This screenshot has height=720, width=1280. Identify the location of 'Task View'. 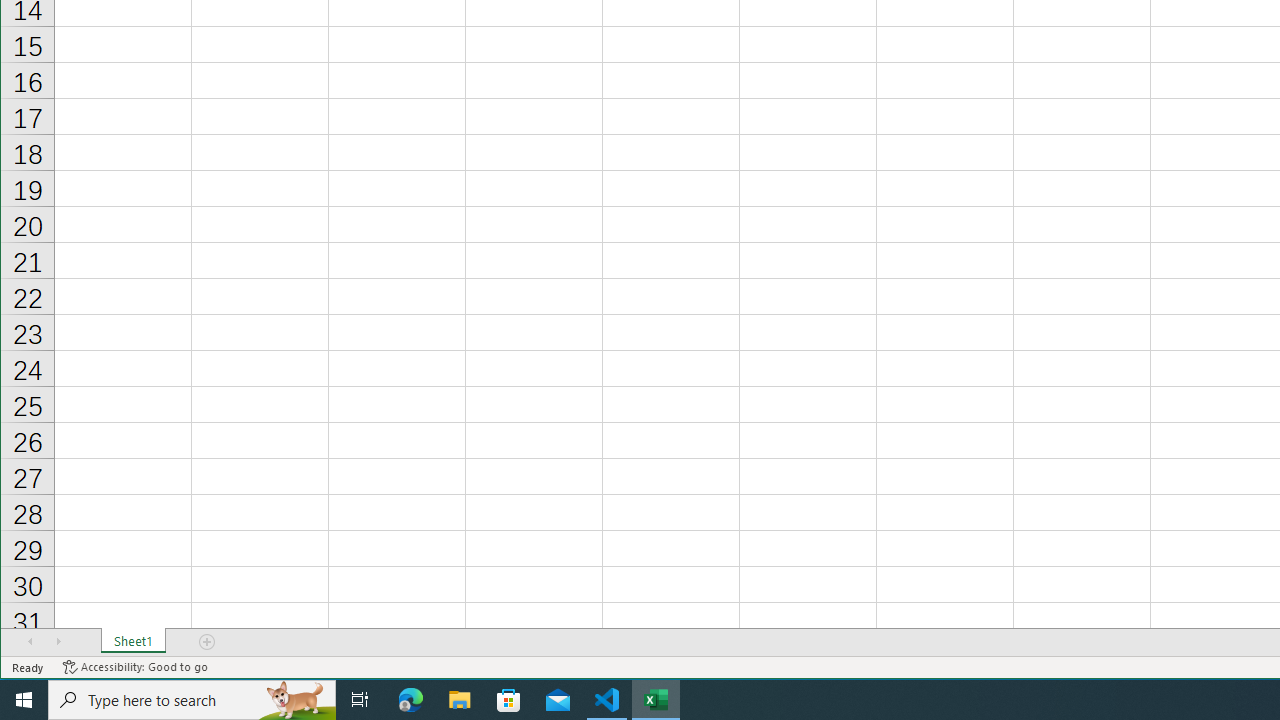
(359, 698).